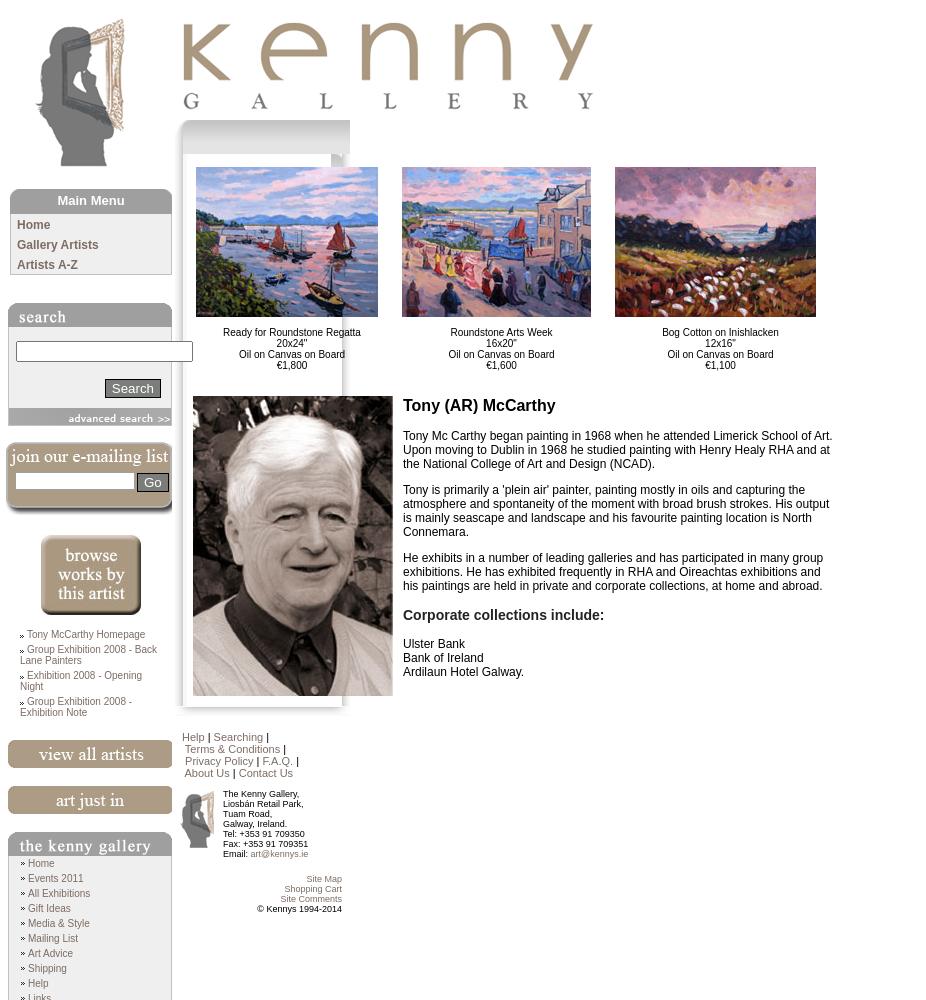 This screenshot has height=1000, width=926. Describe the element at coordinates (36, 982) in the screenshot. I see `'Help'` at that location.